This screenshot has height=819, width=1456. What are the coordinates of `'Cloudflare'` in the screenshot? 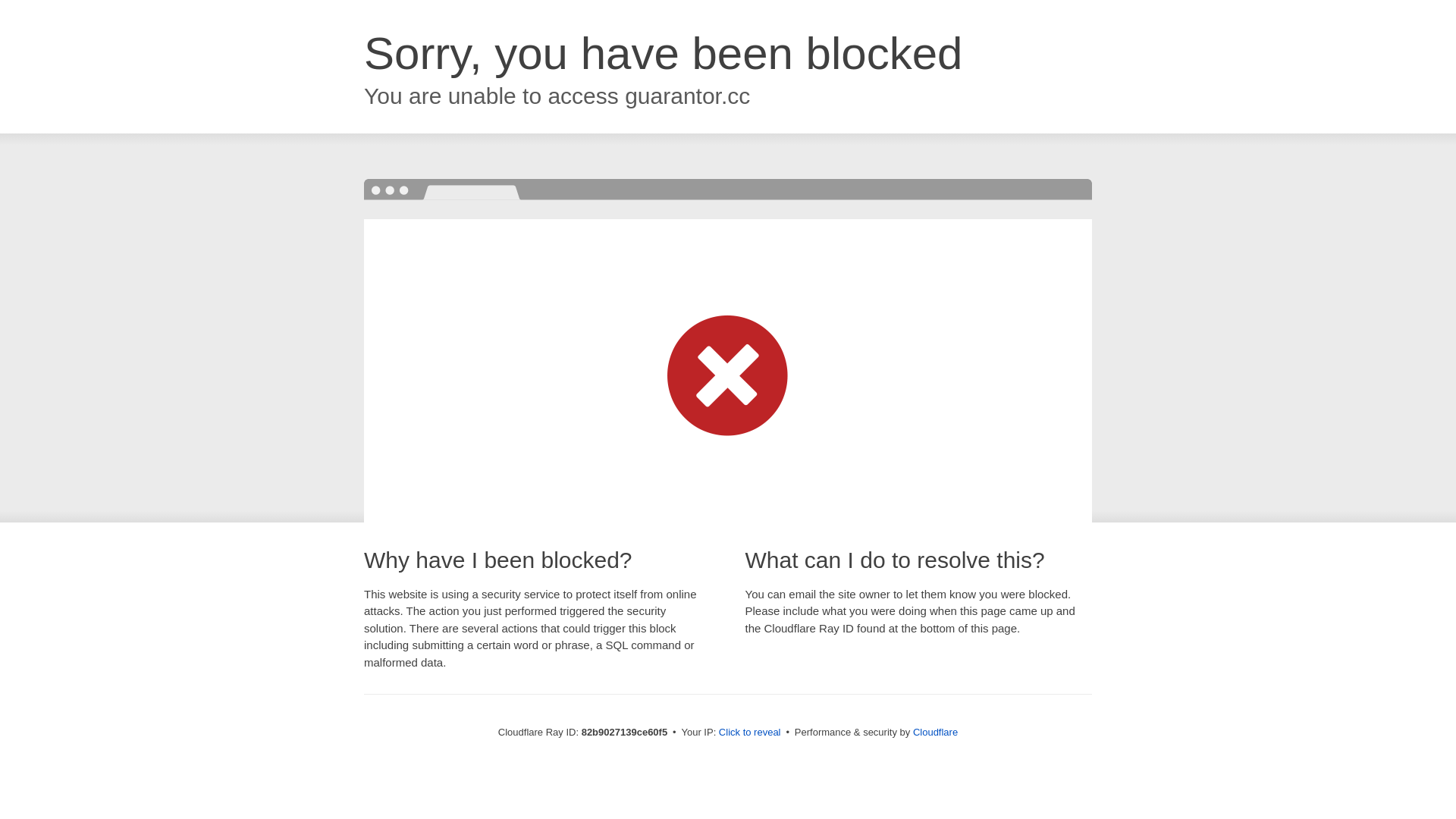 It's located at (934, 731).